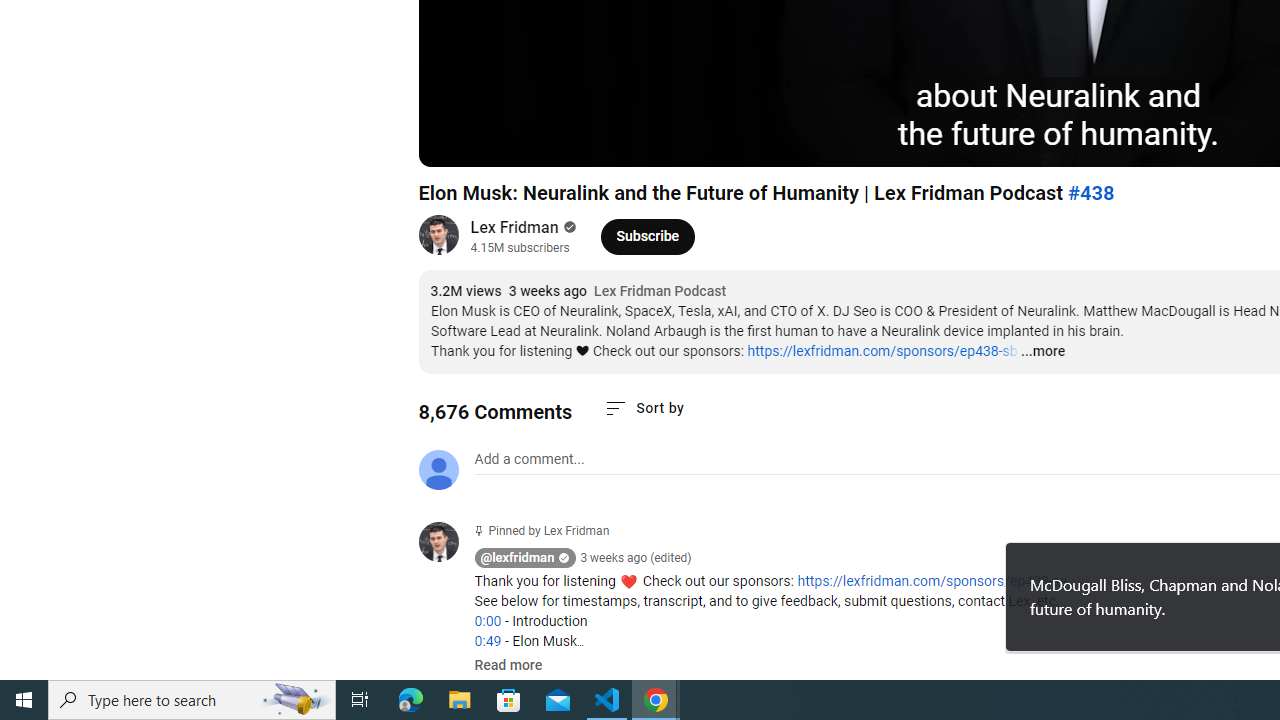  What do you see at coordinates (529, 459) in the screenshot?
I see `'AutomationID: simplebox-placeholder'` at bounding box center [529, 459].